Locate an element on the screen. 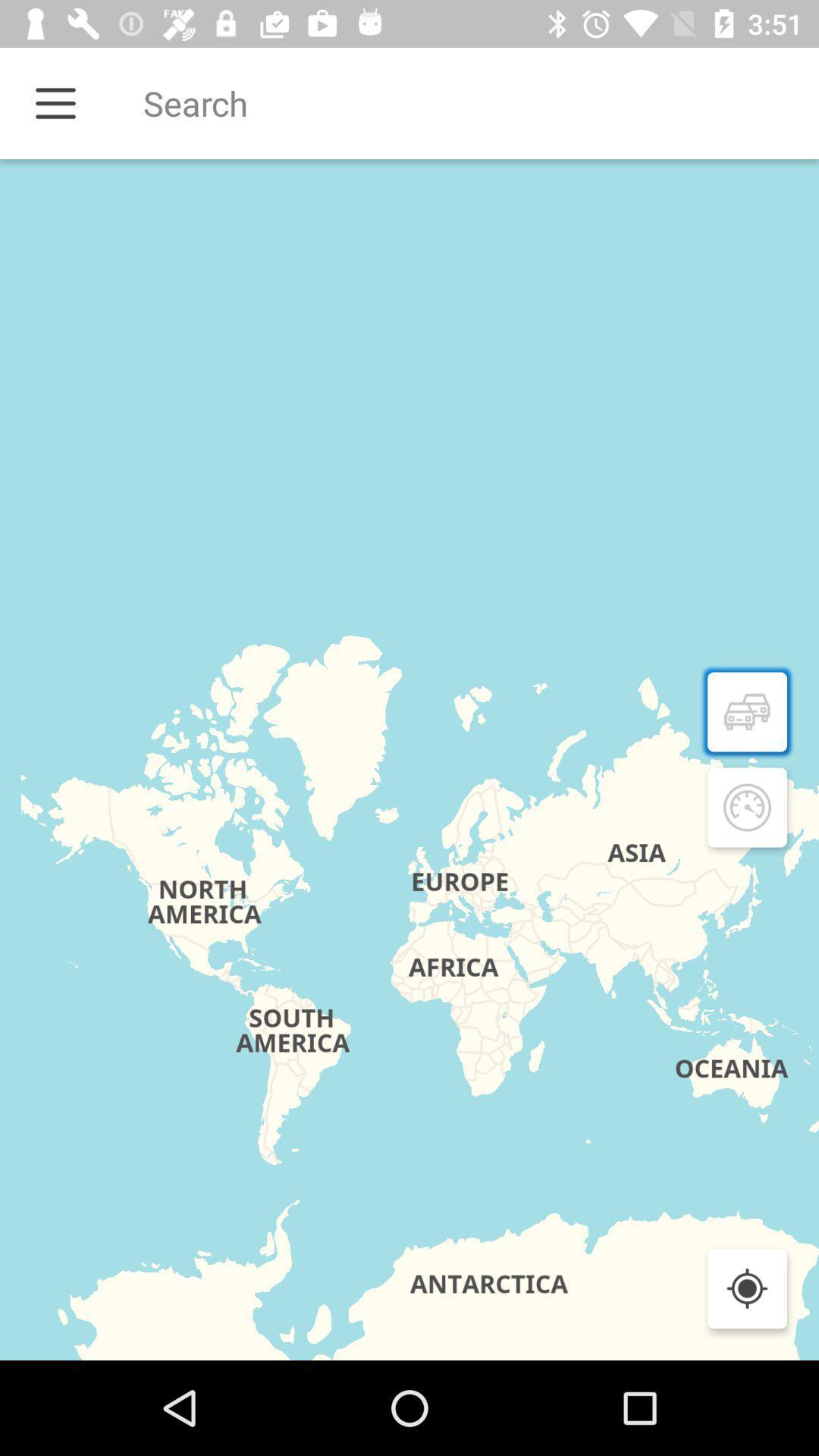  options is located at coordinates (55, 102).